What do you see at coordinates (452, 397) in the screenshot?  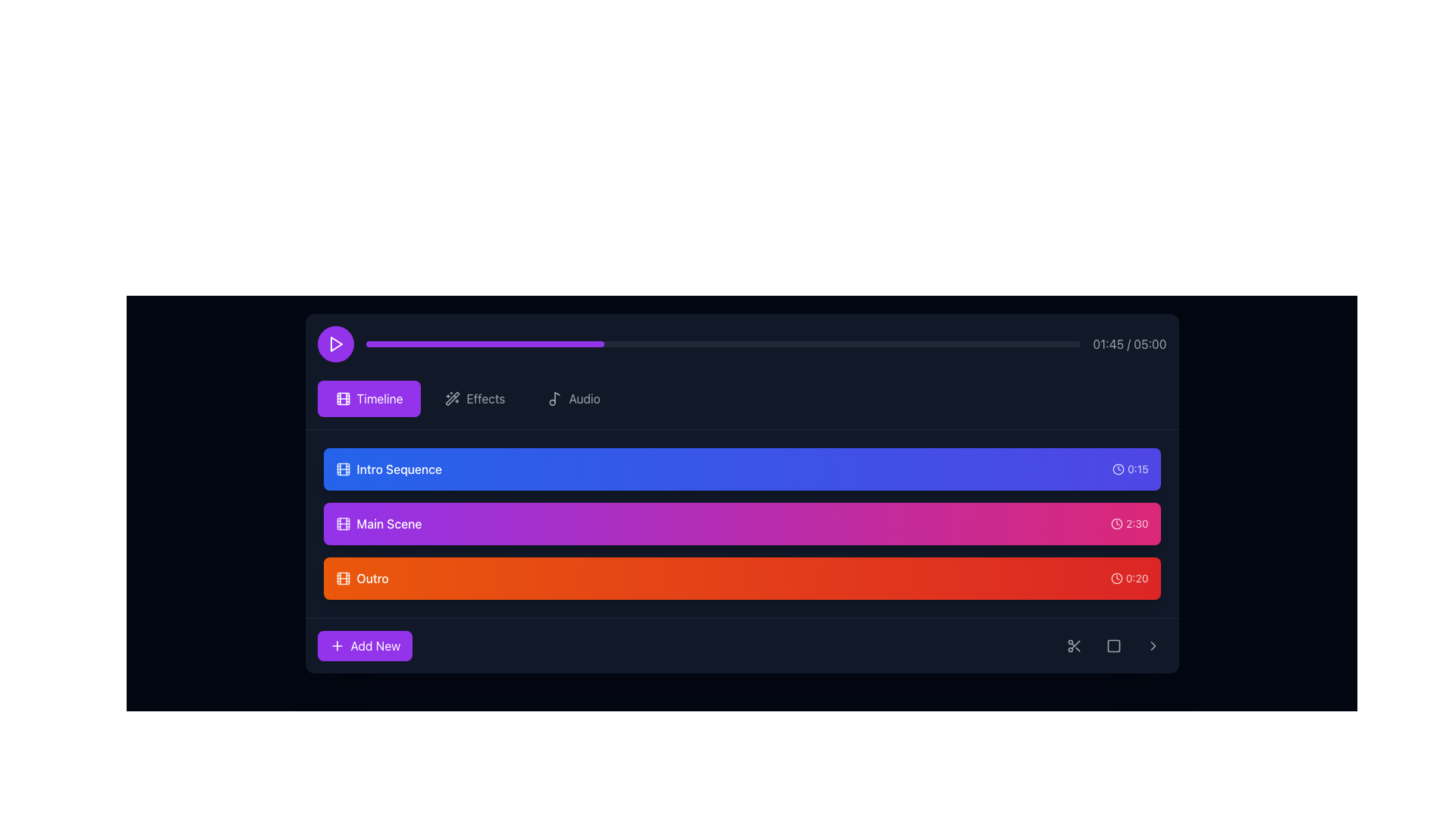 I see `the magic wand icon with sparkles, which is located within the 'Effects' navigation button at the top of the interface` at bounding box center [452, 397].